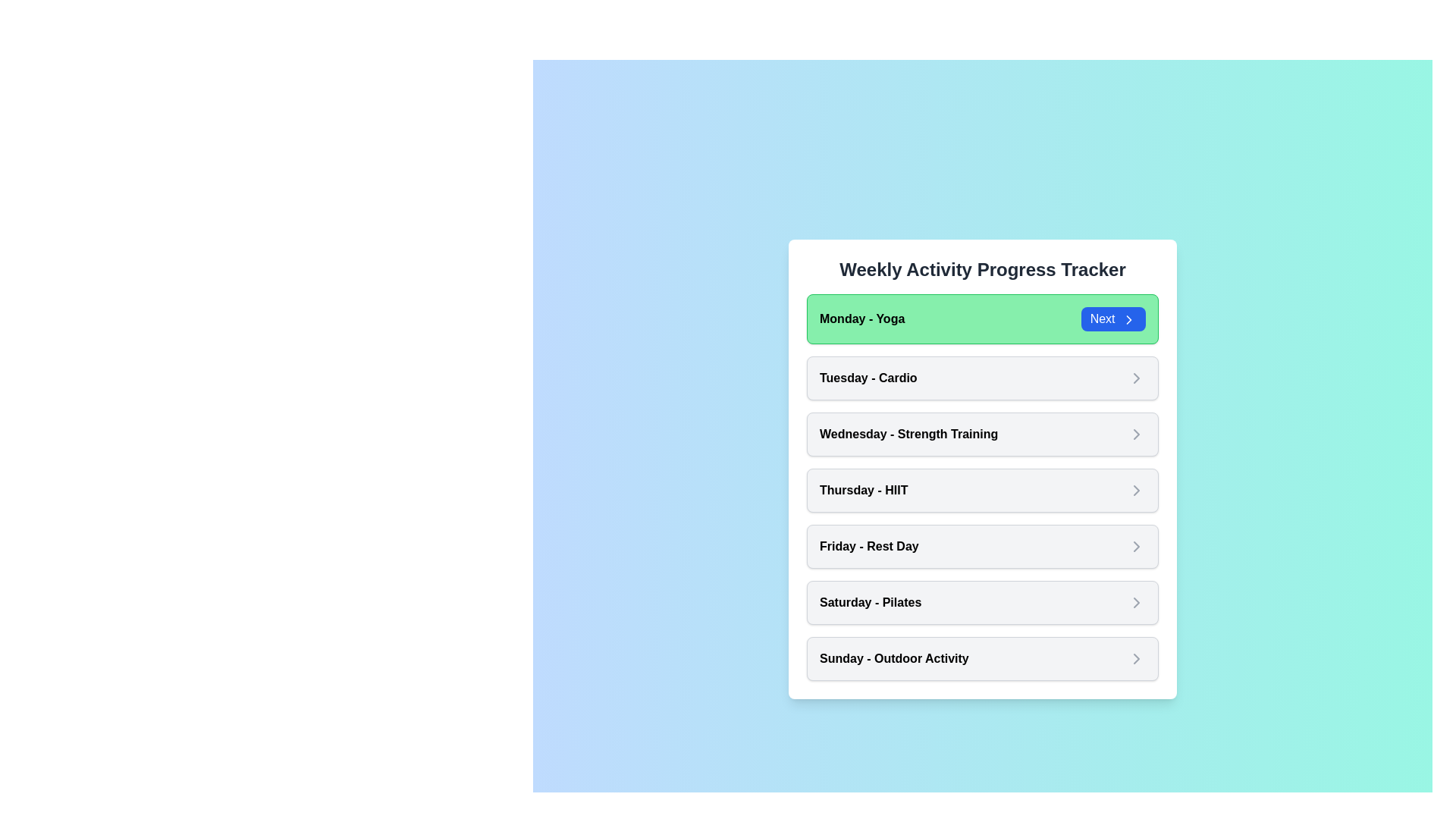  Describe the element at coordinates (1136, 435) in the screenshot. I see `the chevron icon located at the far right of the 'Wednesday - Strength Training' list item` at that location.